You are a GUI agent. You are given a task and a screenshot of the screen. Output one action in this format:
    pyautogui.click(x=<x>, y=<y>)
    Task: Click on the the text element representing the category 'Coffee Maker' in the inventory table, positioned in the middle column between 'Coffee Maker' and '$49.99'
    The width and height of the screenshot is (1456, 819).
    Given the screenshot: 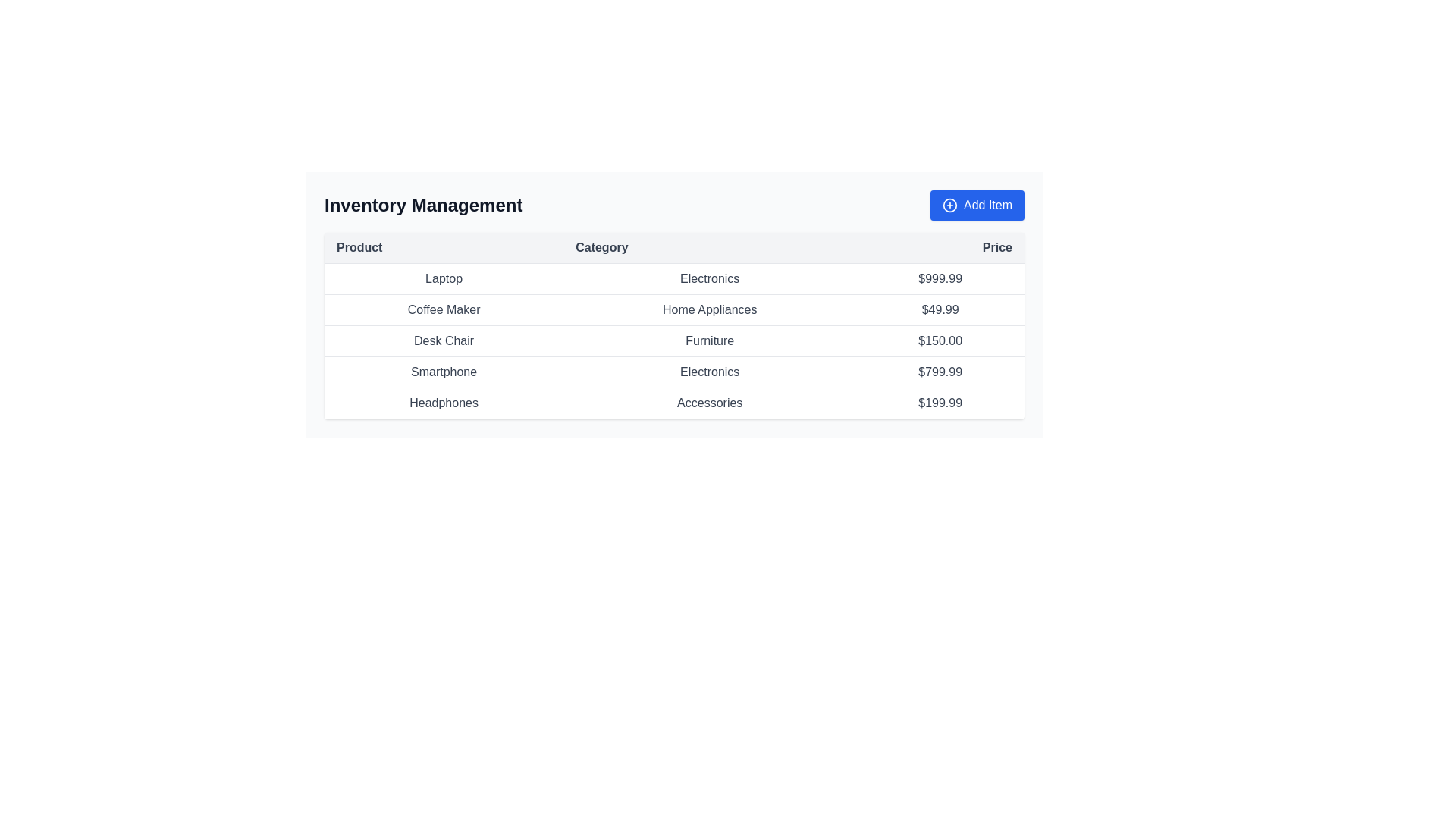 What is the action you would take?
    pyautogui.click(x=709, y=309)
    